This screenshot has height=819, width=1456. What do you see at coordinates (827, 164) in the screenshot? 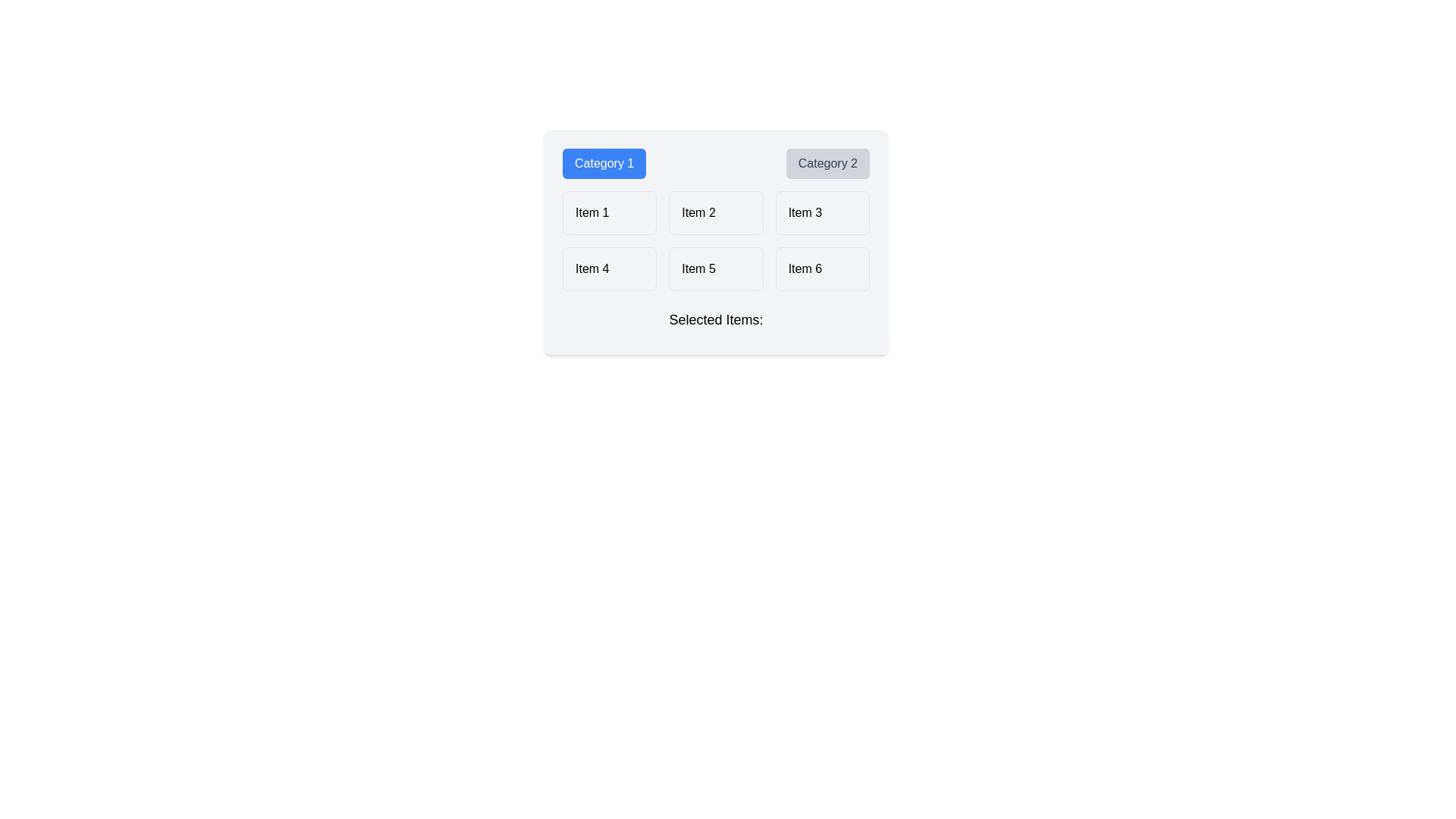
I see `the second category selector button which filters or displays items associated with 'Category 2' to potentially reveal additional context` at bounding box center [827, 164].